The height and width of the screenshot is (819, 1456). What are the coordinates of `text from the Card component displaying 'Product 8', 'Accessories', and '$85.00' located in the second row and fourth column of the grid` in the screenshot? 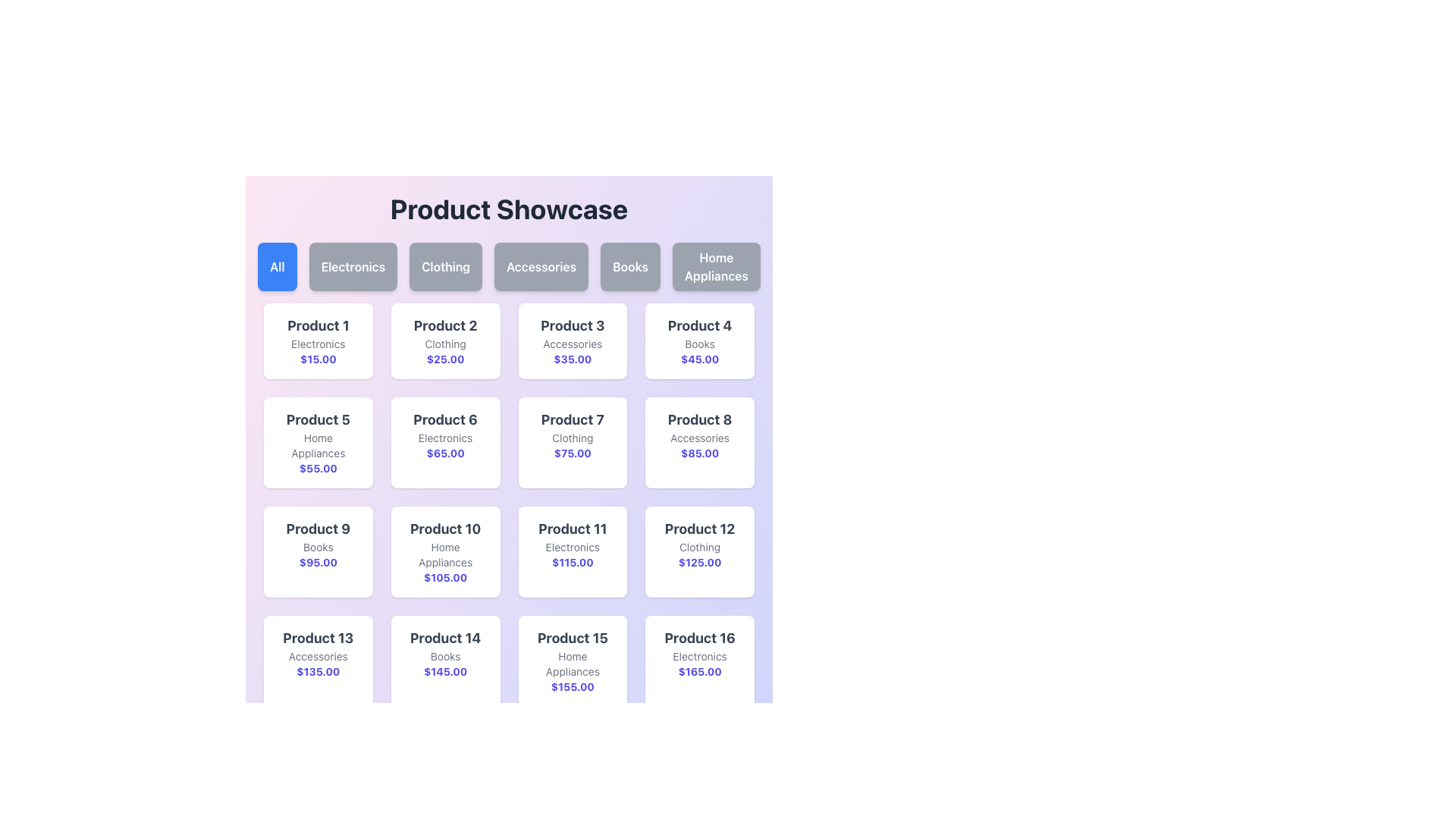 It's located at (699, 442).